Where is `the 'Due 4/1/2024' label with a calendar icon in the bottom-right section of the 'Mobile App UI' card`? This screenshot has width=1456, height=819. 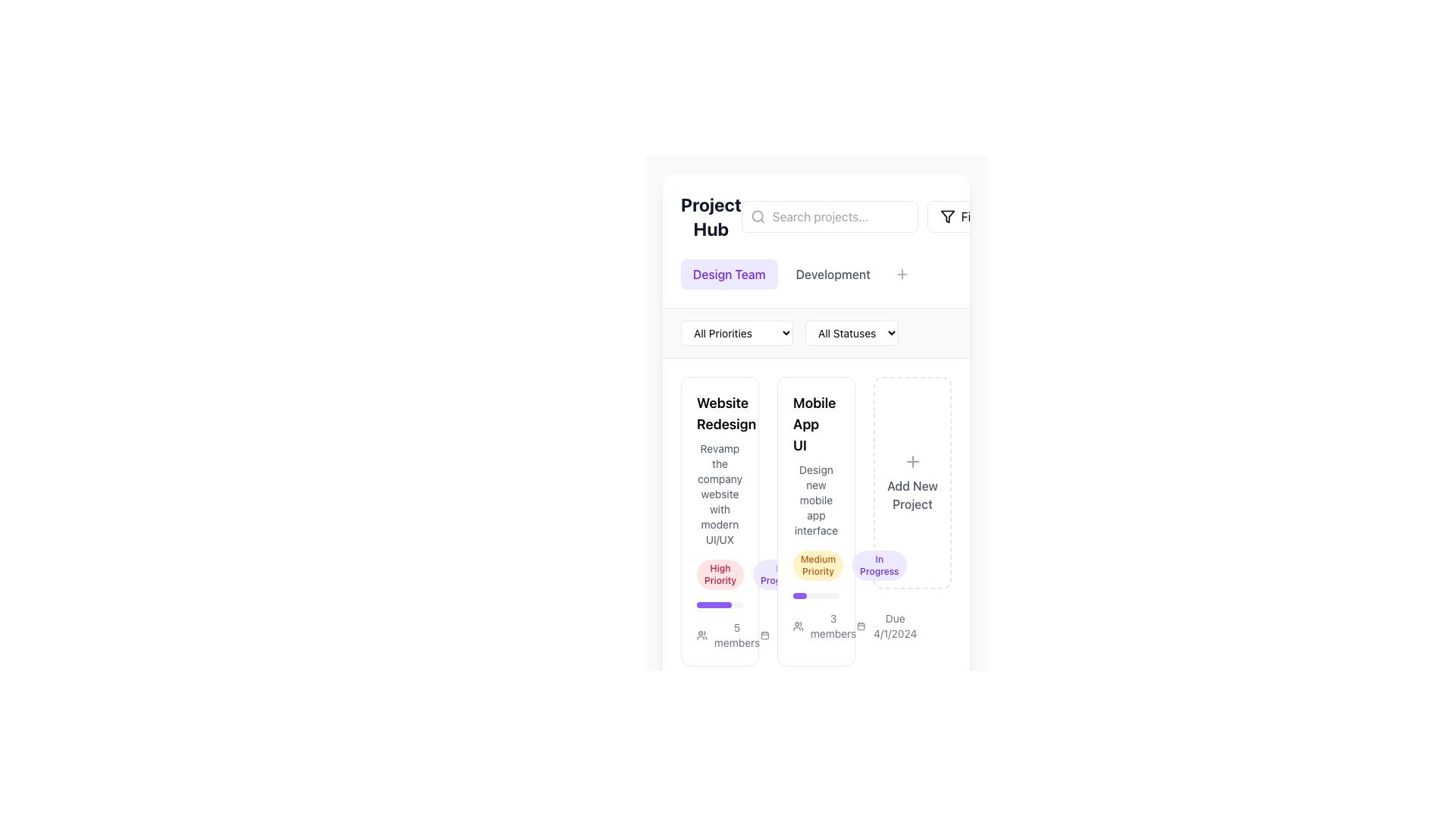
the 'Due 4/1/2024' label with a calendar icon in the bottom-right section of the 'Mobile App UI' card is located at coordinates (888, 626).